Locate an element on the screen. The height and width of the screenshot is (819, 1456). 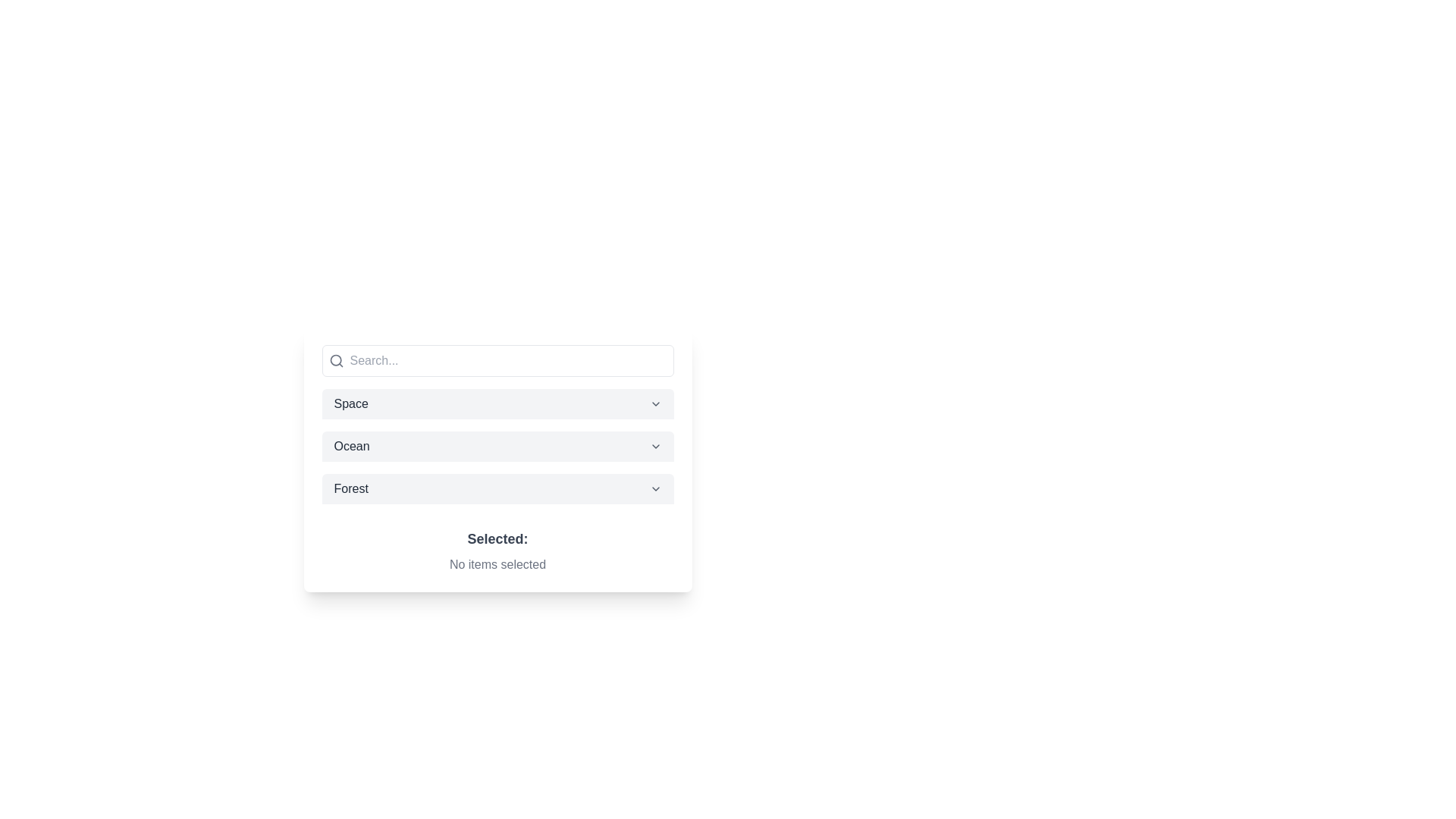
the first dropdown menu item labeled 'Space' is located at coordinates (497, 403).